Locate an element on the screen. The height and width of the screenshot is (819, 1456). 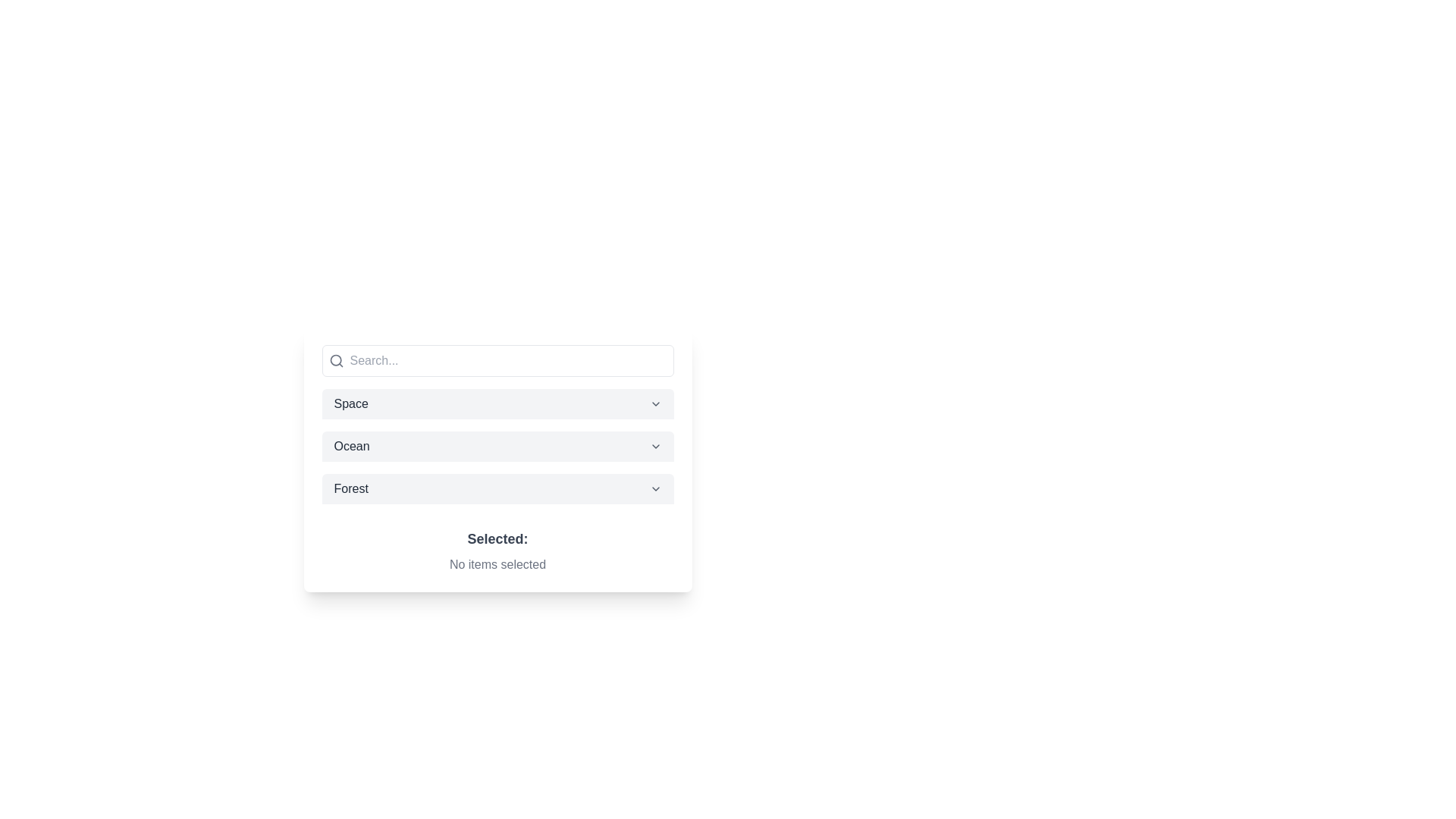
the first dropdown menu item labeled 'Space' is located at coordinates (497, 403).